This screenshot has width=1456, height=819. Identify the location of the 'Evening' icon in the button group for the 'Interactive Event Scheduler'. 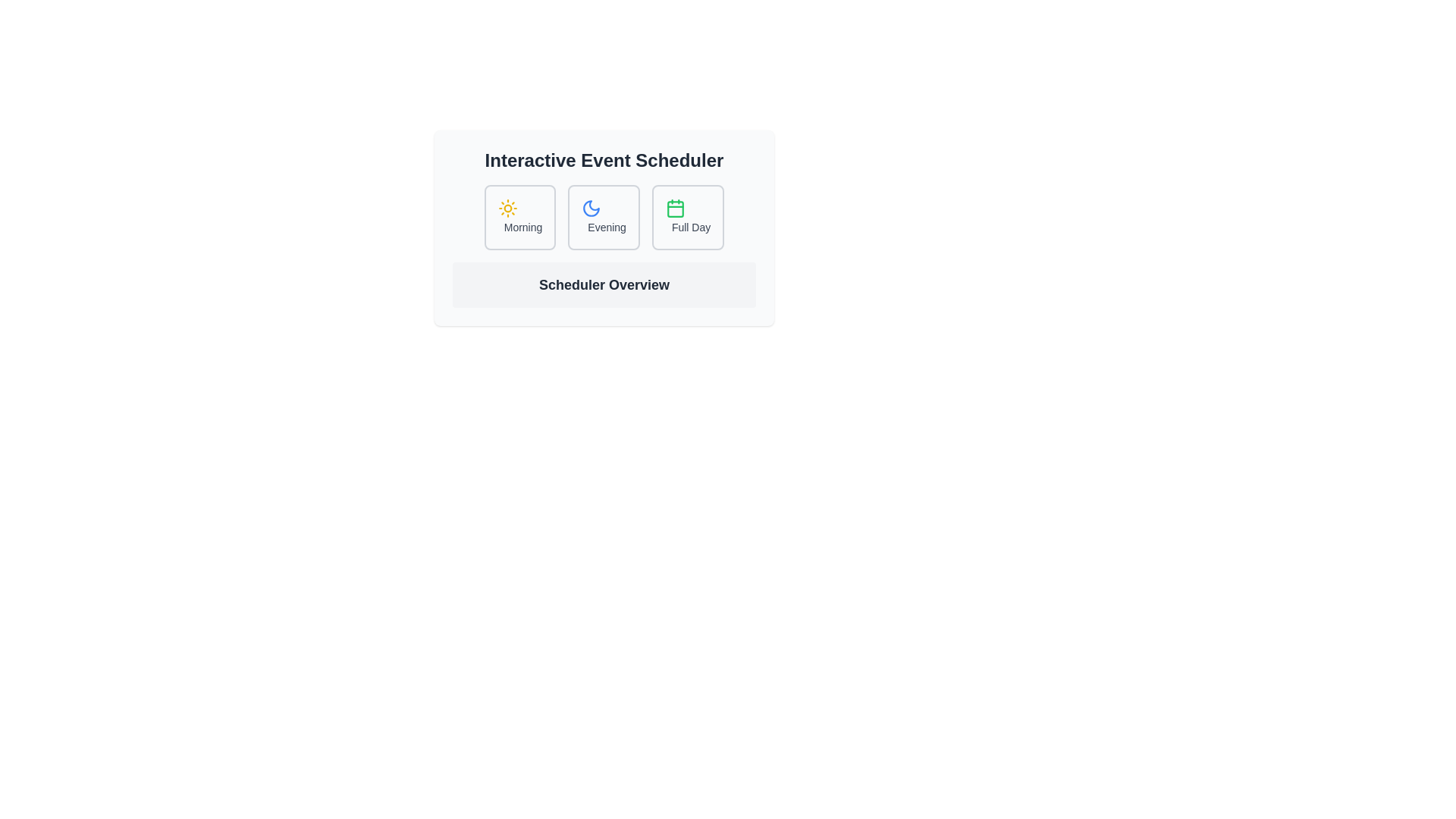
(591, 208).